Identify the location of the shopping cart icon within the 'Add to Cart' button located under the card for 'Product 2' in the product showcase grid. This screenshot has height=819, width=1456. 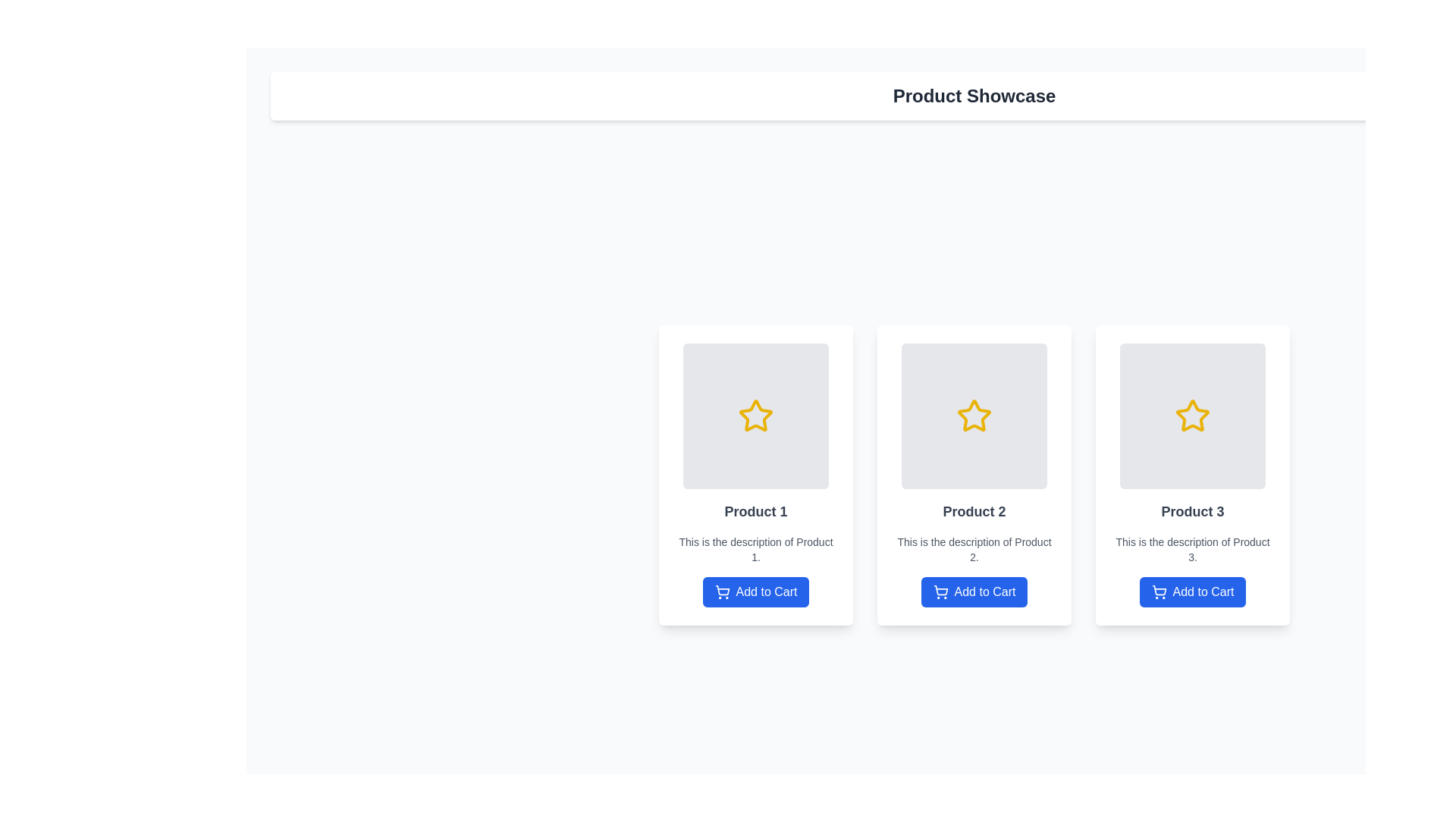
(940, 591).